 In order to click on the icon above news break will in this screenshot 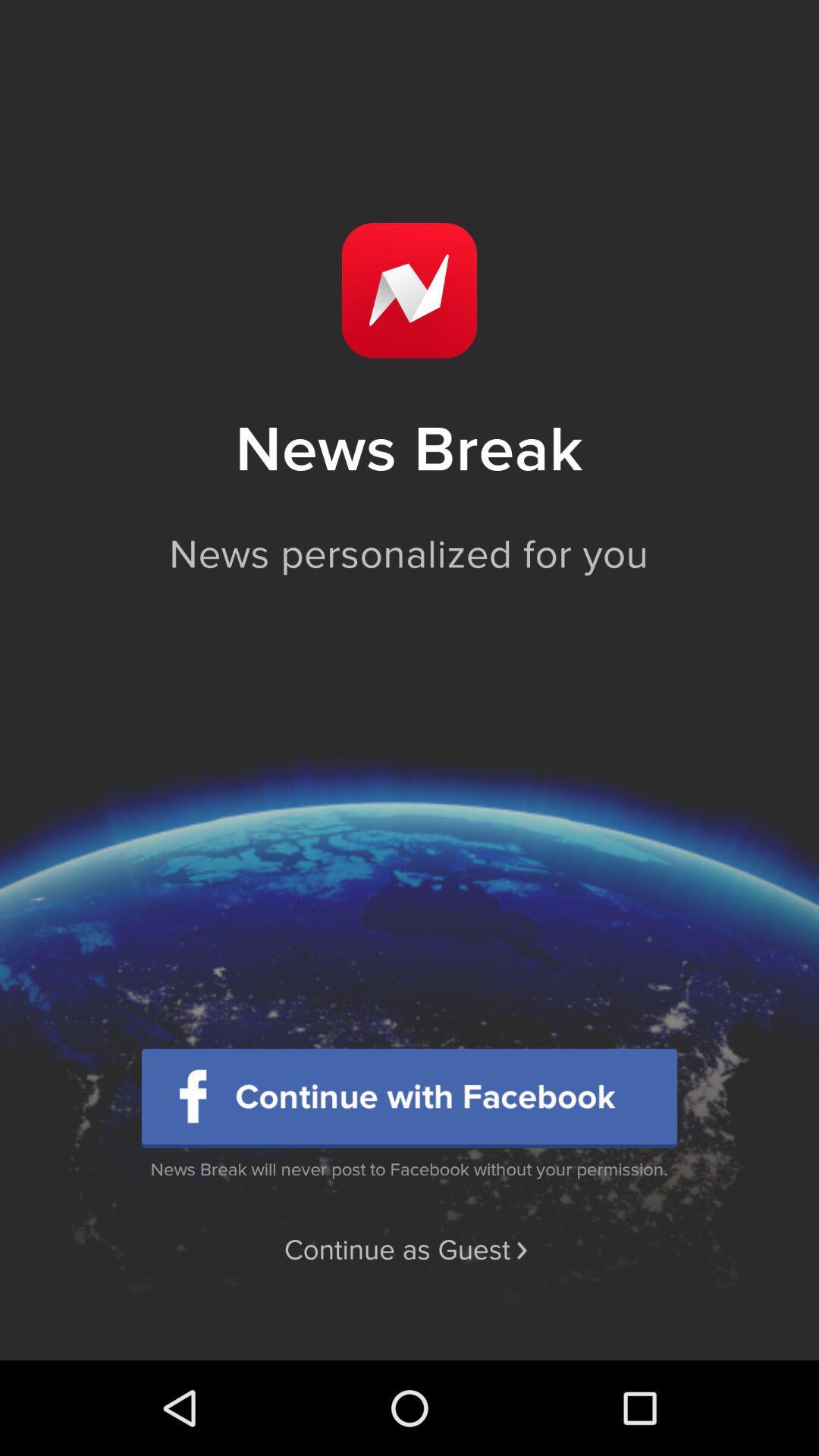, I will do `click(409, 1098)`.